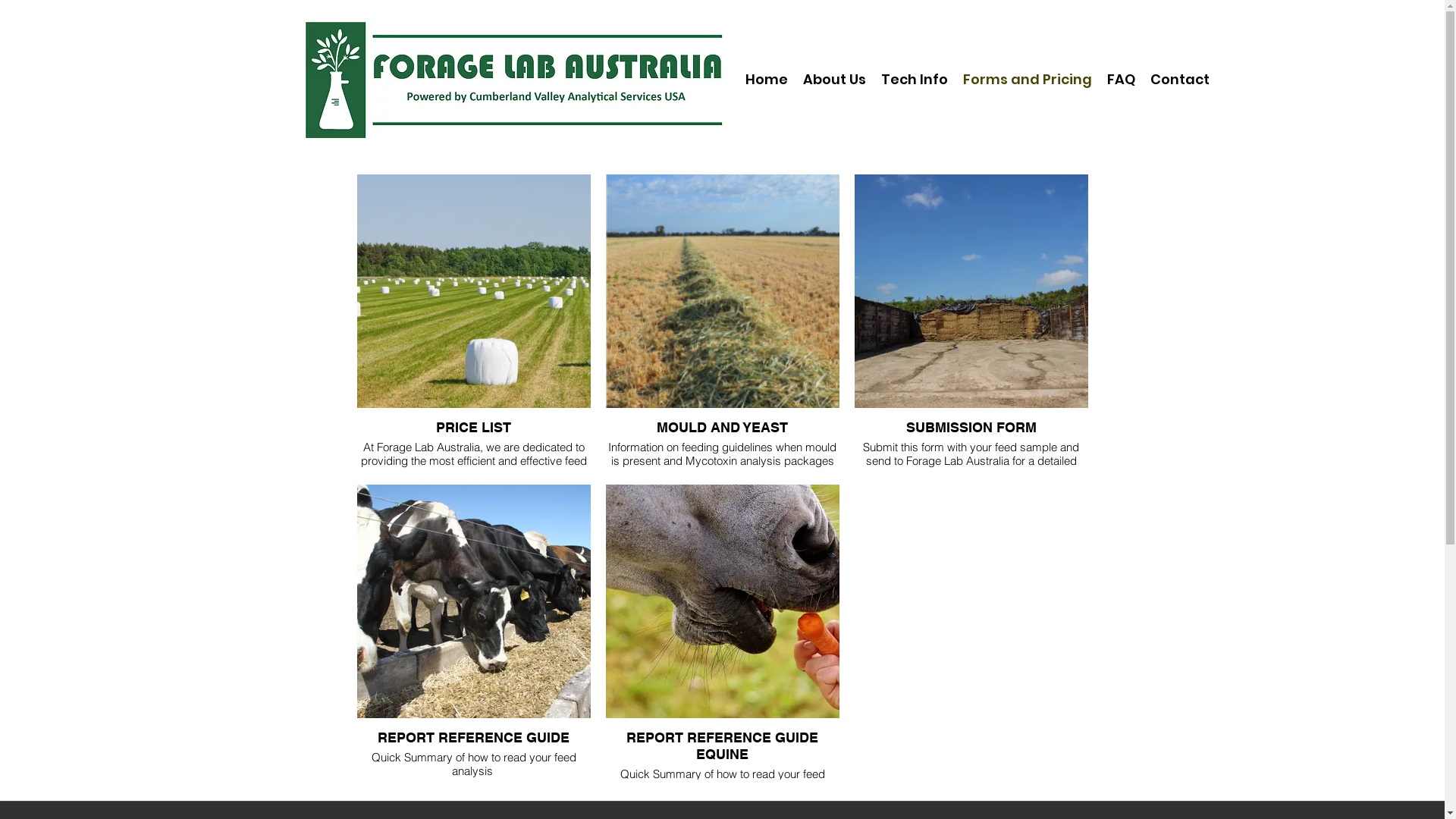  Describe the element at coordinates (833, 79) in the screenshot. I see `'About Us'` at that location.